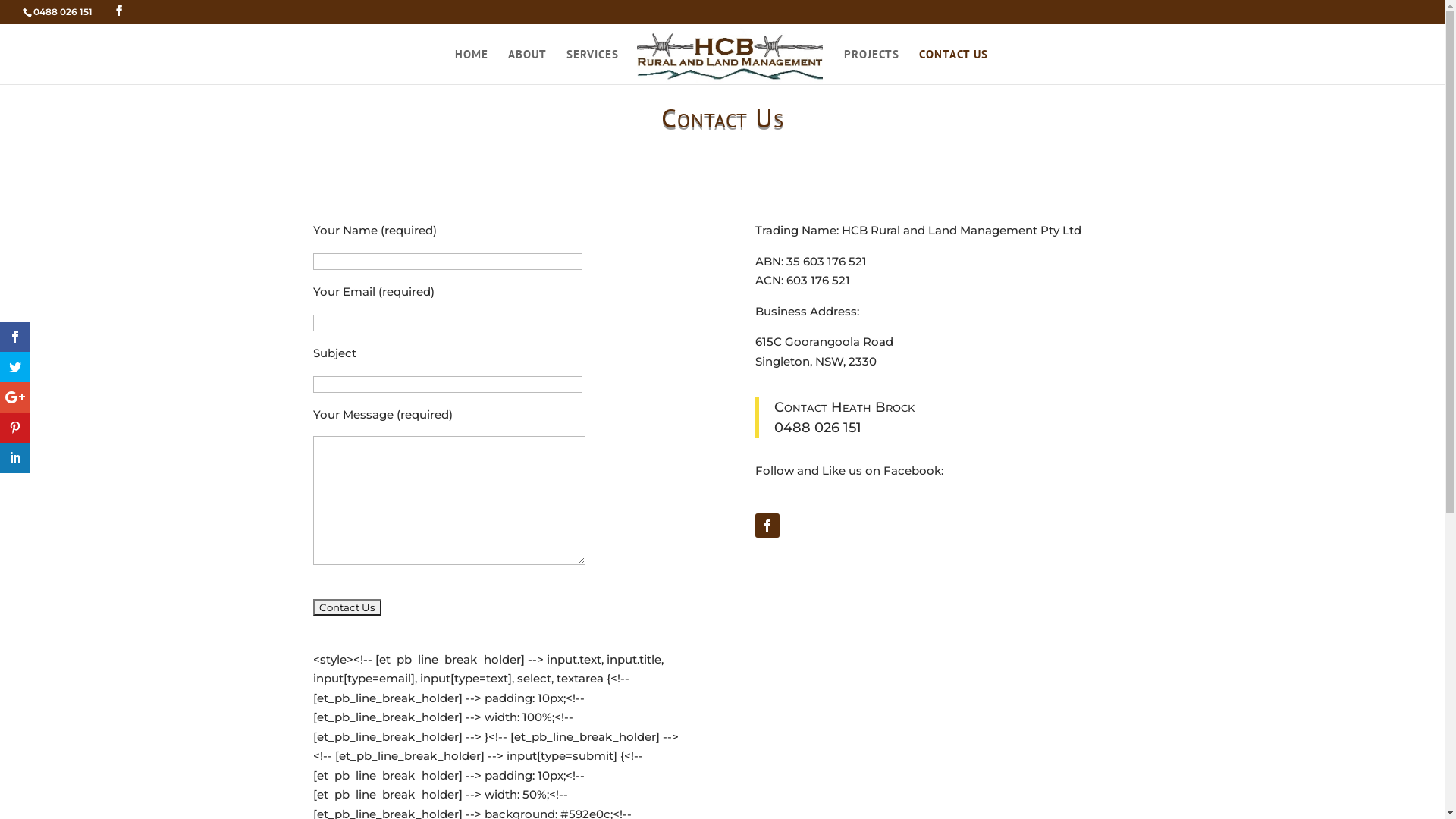 The width and height of the screenshot is (1456, 819). Describe the element at coordinates (952, 58) in the screenshot. I see `'CONTACT US'` at that location.